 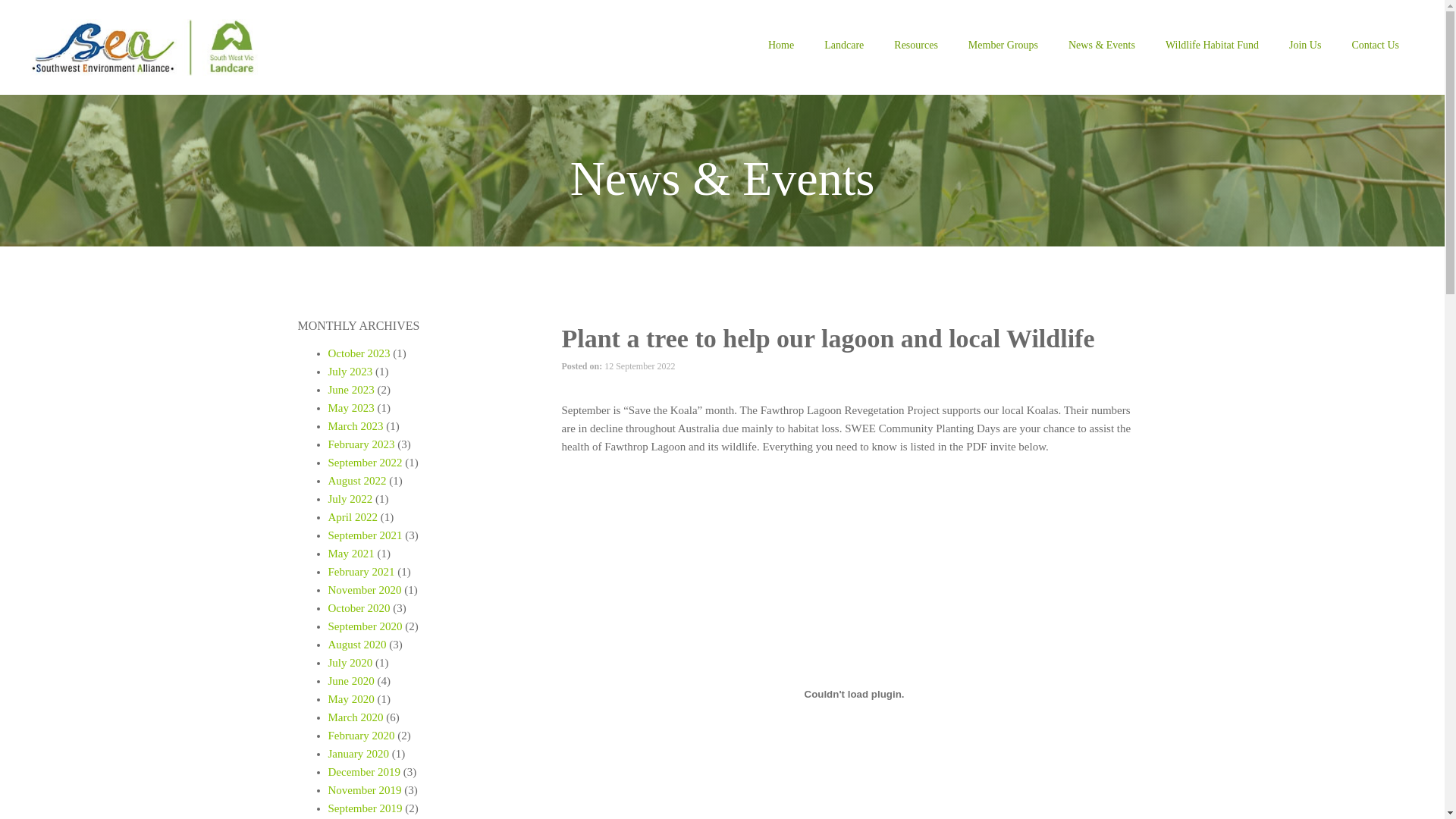 I want to click on 'Join Us', so click(x=1304, y=46).